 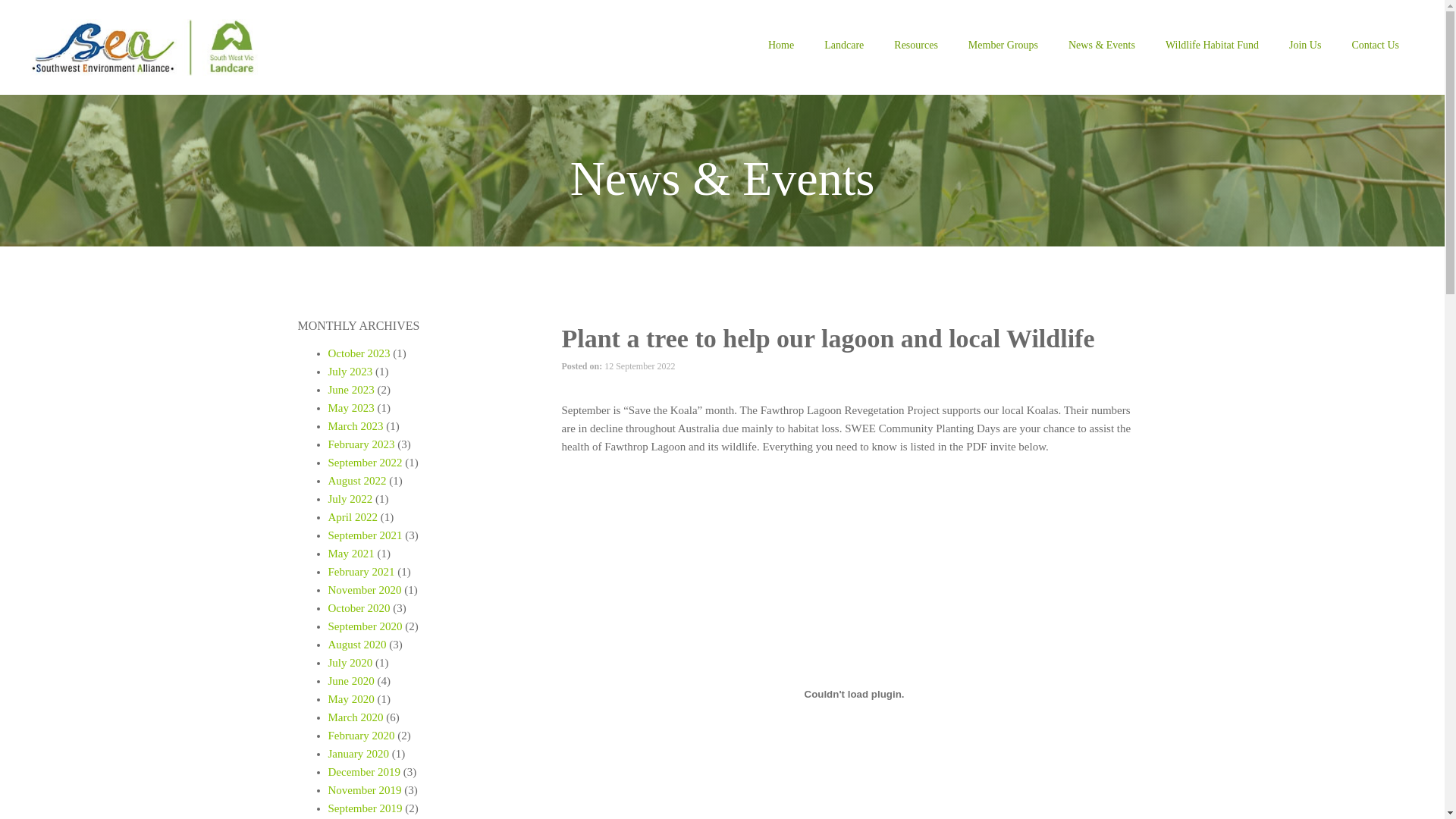 I want to click on 'Join Us', so click(x=1304, y=46).